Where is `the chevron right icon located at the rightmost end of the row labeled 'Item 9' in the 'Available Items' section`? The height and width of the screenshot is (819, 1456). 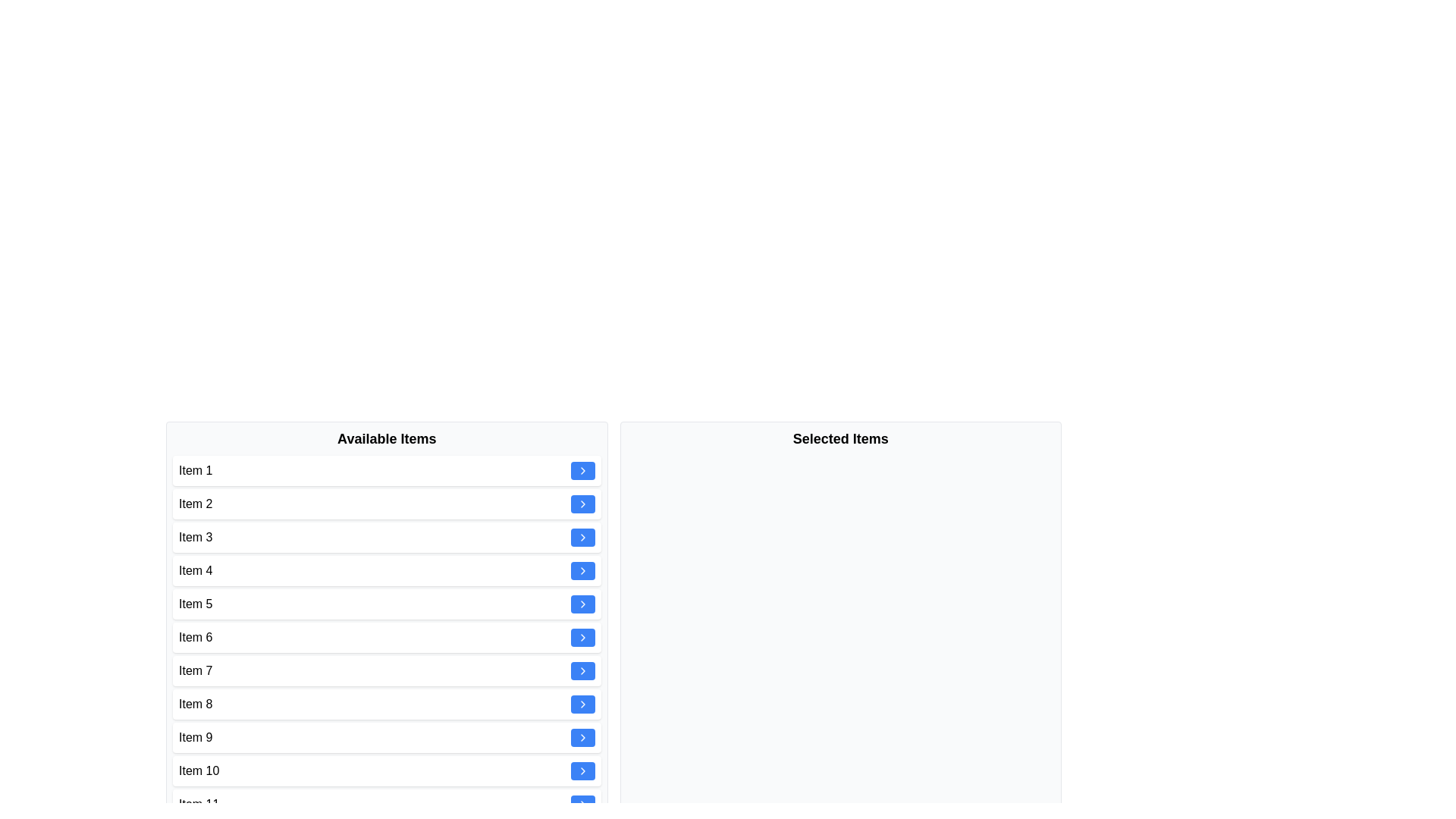
the chevron right icon located at the rightmost end of the row labeled 'Item 9' in the 'Available Items' section is located at coordinates (582, 736).